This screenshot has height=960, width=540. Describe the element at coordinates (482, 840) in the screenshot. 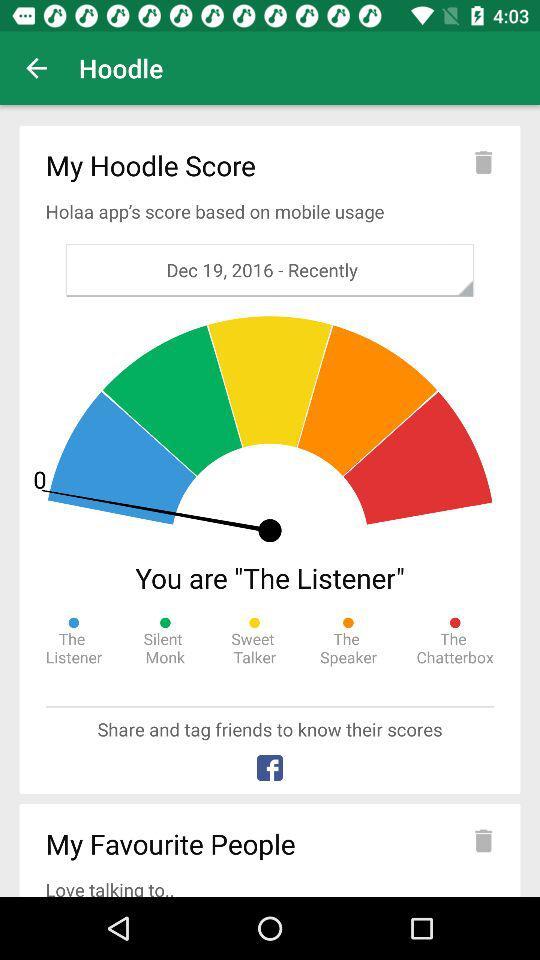

I see `ddelete` at that location.